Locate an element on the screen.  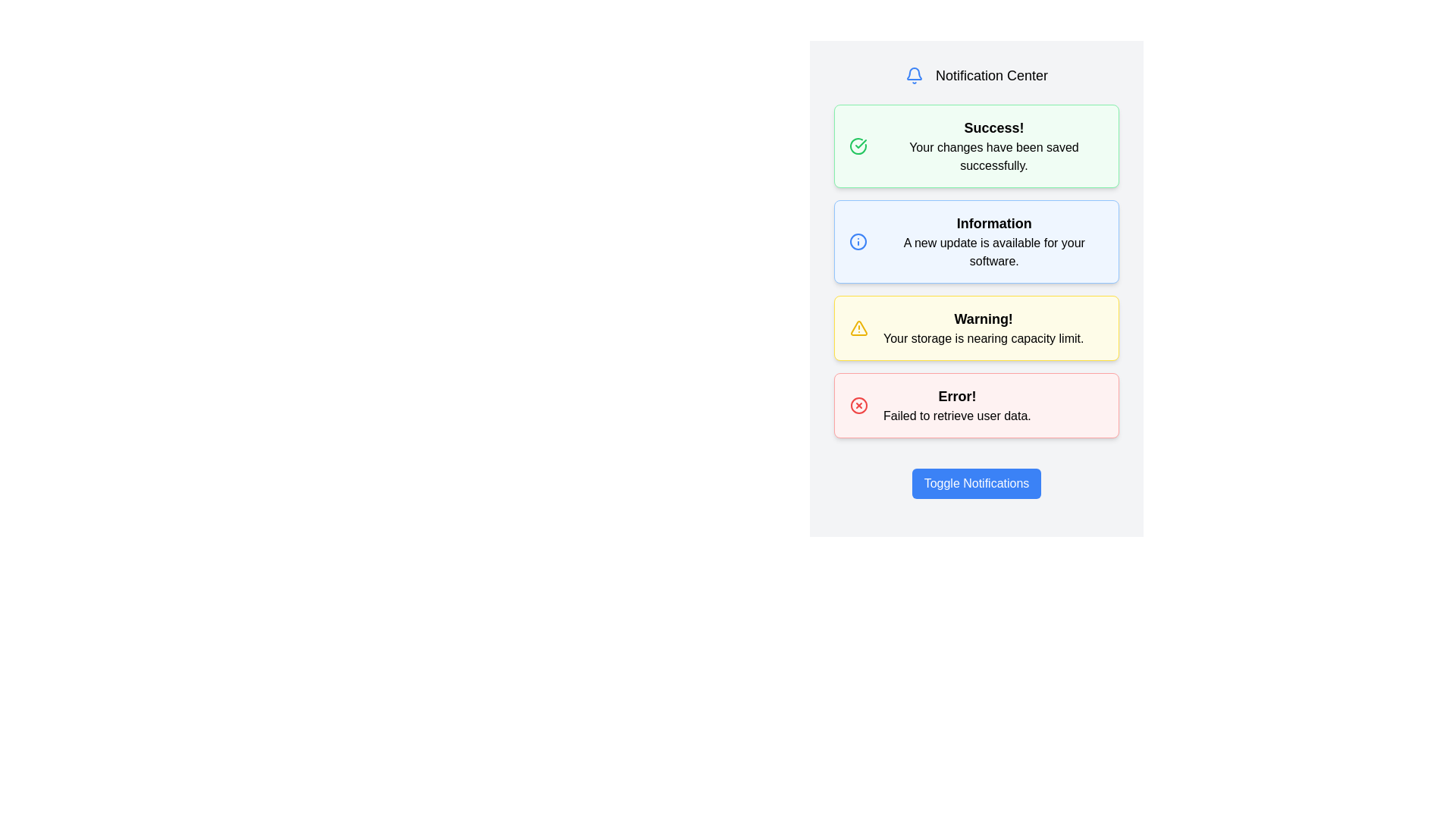
the checkmark icon located at the top-left within the green notification card labeled 'Success!', indicating successful completion of an action is located at coordinates (858, 146).